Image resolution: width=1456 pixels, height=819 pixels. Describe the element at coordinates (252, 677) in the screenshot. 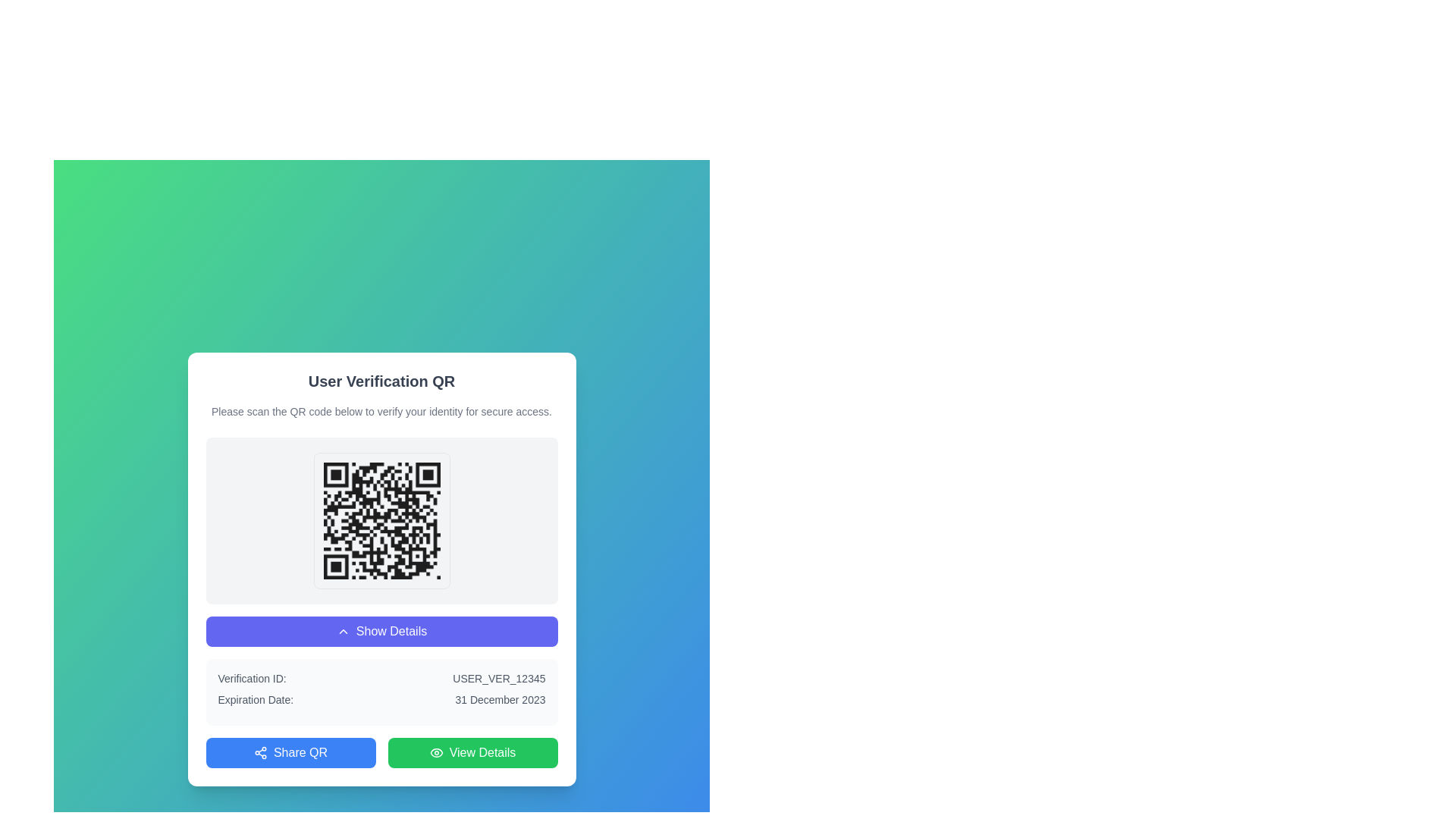

I see `text label that describes the user identifier 'USER_VER_12345', located in the lower section of the modal interface, to the left of the identifier` at that location.